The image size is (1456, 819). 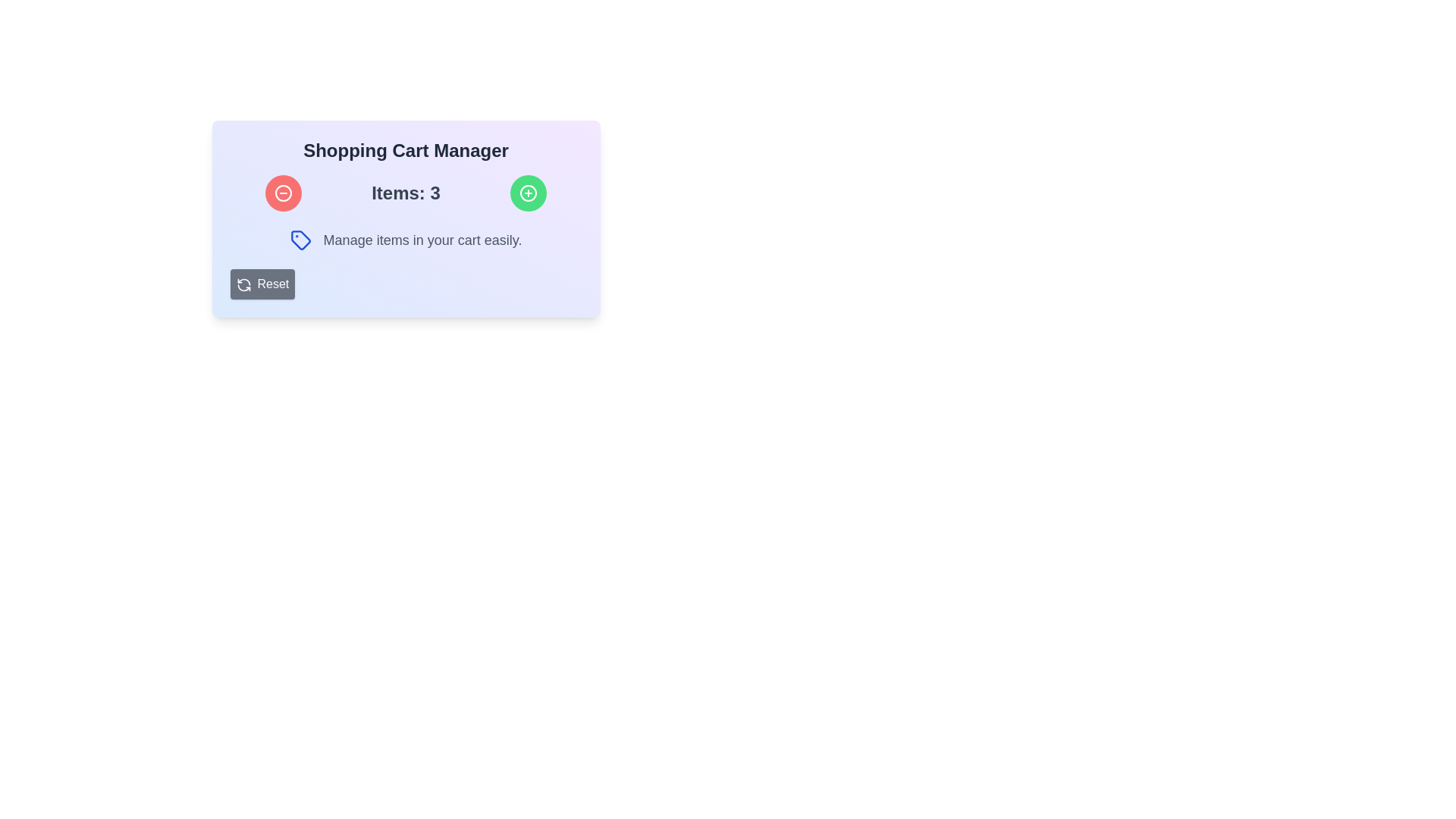 What do you see at coordinates (406, 239) in the screenshot?
I see `the text label 'Manage items in your cart easily.' with a blue tag icon, located in the Shopping Cart Manager card, centered between 'Items: 3' and the 'Reset' button` at bounding box center [406, 239].